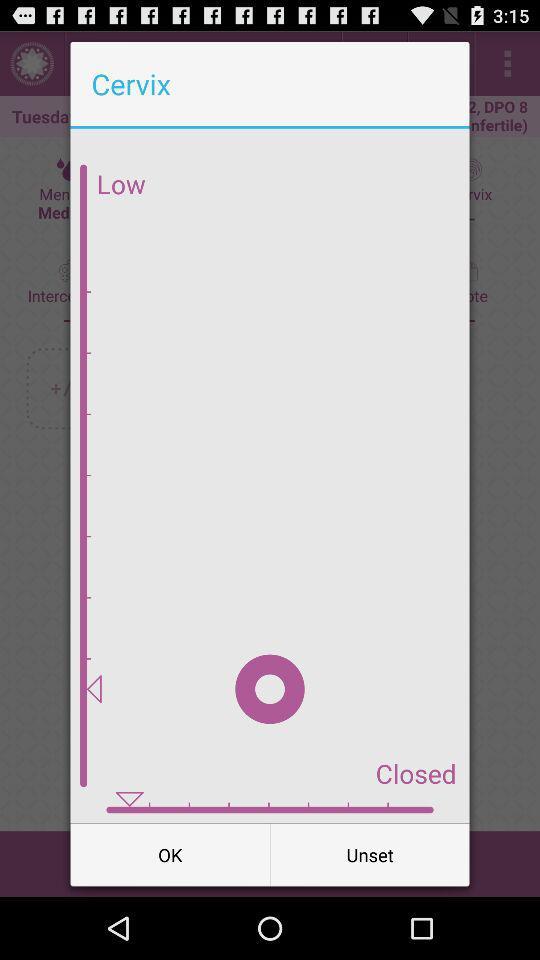 The image size is (540, 960). What do you see at coordinates (369, 853) in the screenshot?
I see `icon next to the ok icon` at bounding box center [369, 853].